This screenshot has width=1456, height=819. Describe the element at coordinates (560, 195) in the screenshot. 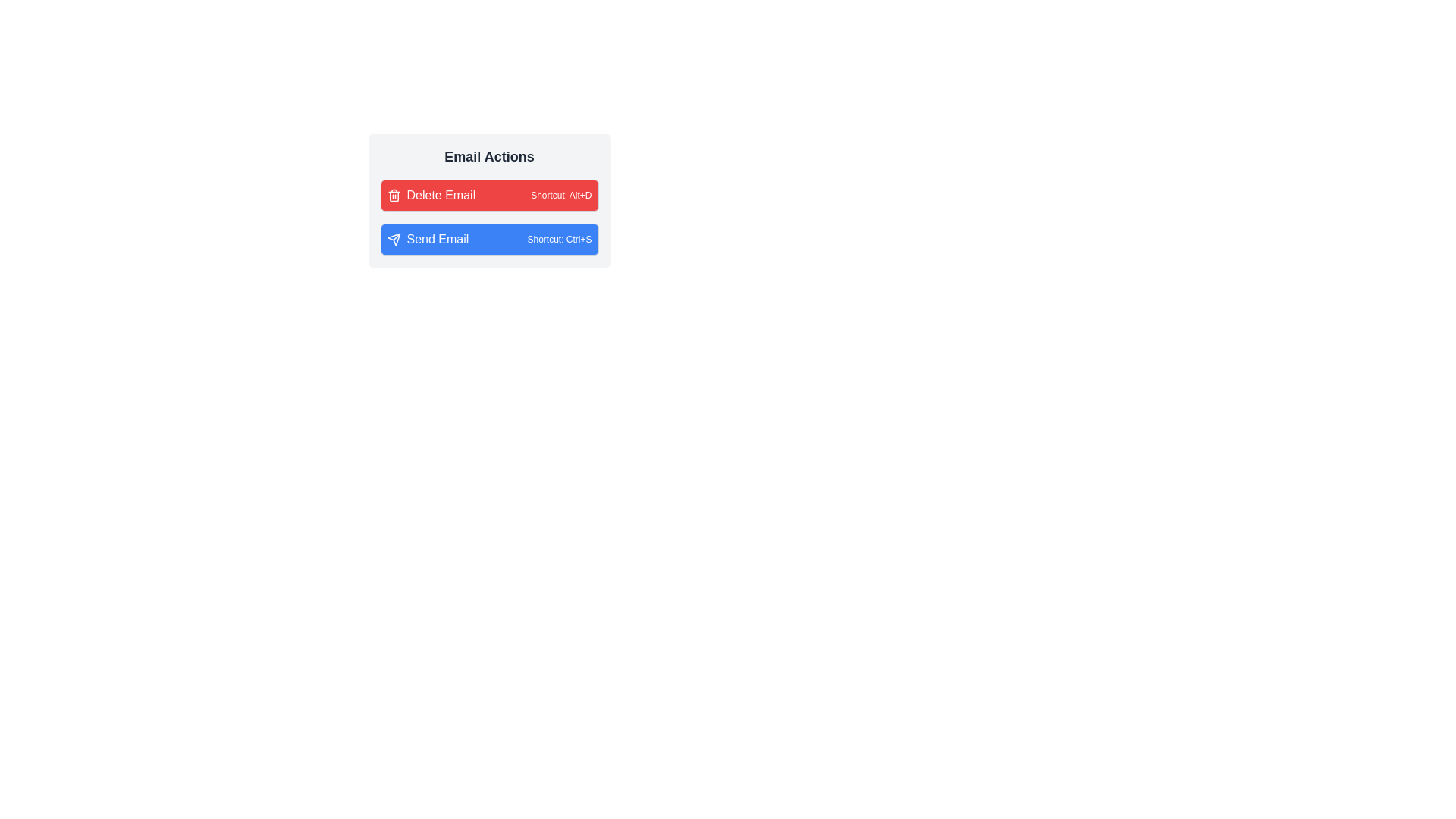

I see `the text label displaying the shortcut key 'Alt+D' which is styled in white text on a red background, positioned at the far-right end of the 'Delete Email' button in the 'Email Actions' panel` at that location.